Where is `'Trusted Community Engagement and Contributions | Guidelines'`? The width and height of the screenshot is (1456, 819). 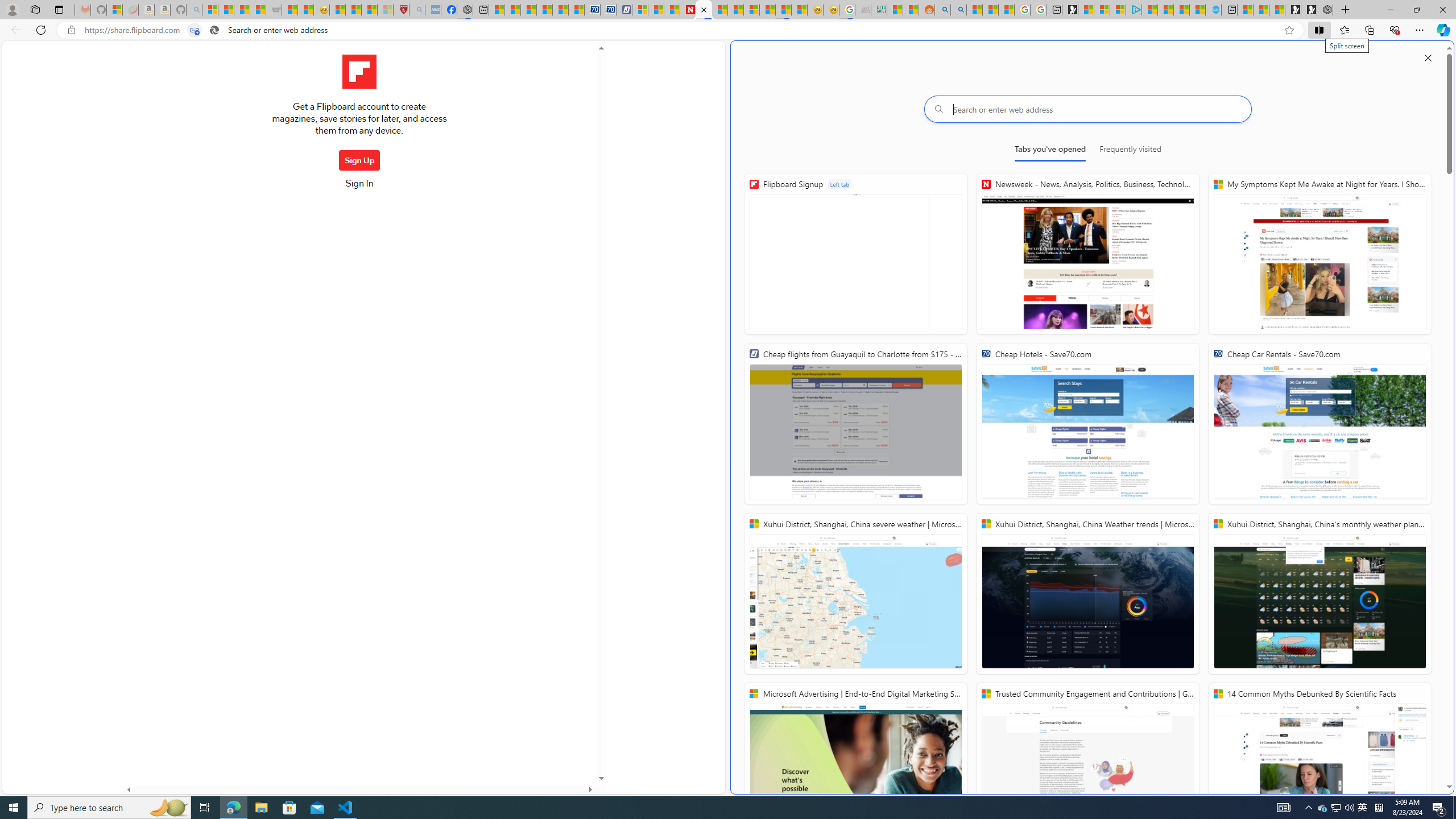
'Trusted Community Engagement and Contributions | Guidelines' is located at coordinates (1087, 763).